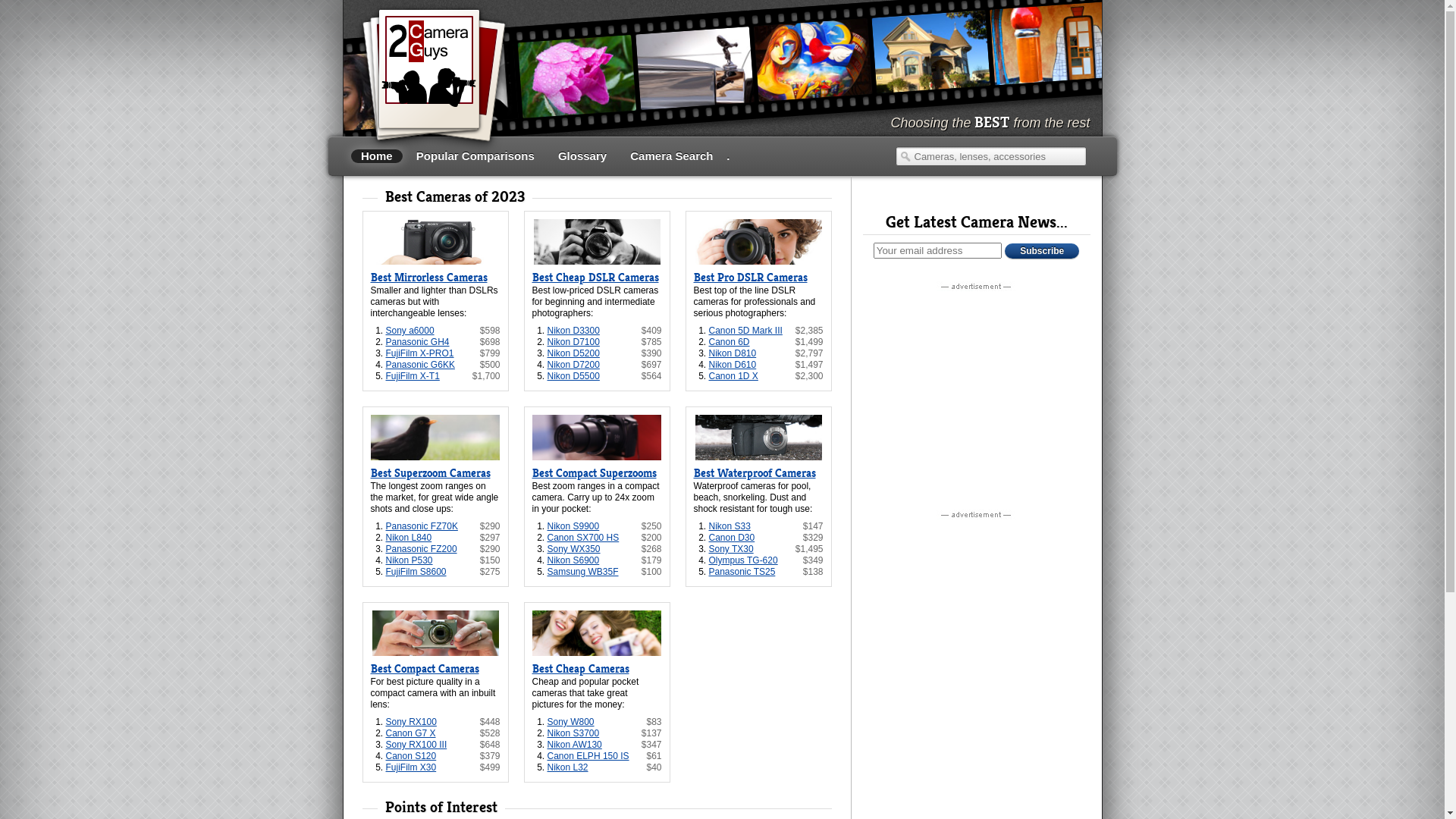  What do you see at coordinates (385, 353) in the screenshot?
I see `'FujiFilm X-PRO1'` at bounding box center [385, 353].